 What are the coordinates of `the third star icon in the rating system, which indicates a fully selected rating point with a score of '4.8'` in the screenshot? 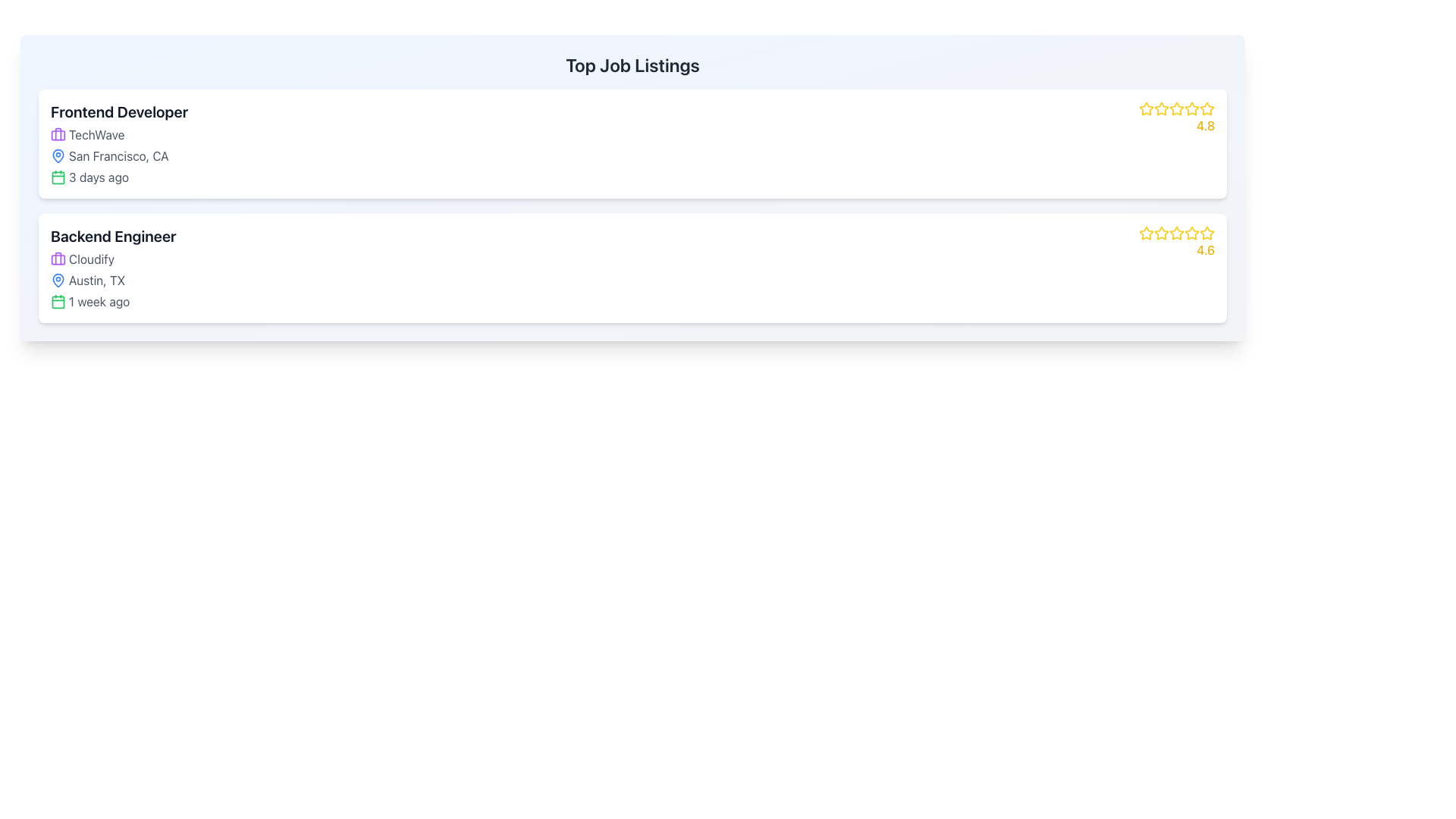 It's located at (1175, 108).